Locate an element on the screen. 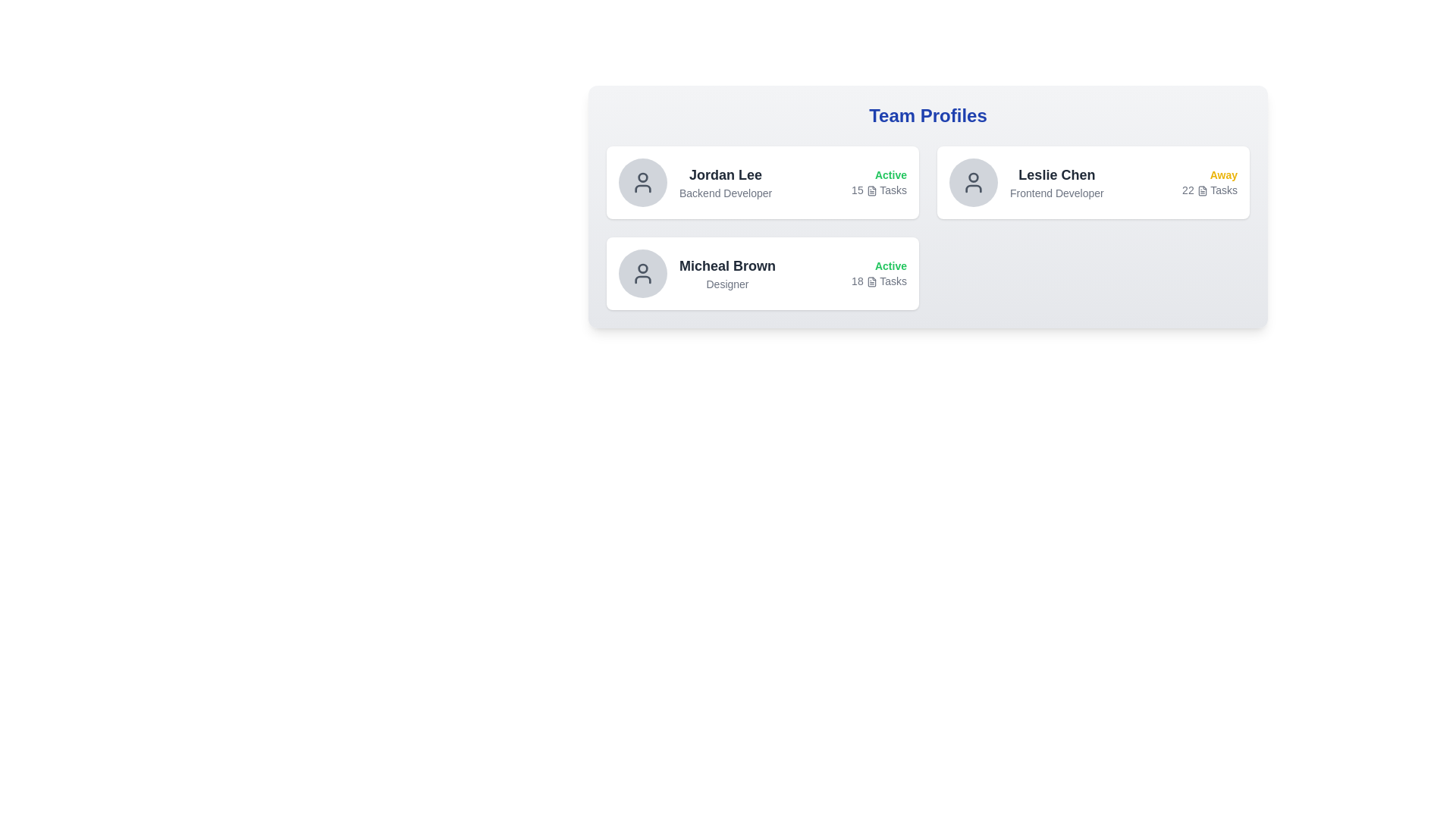 This screenshot has height=819, width=1456. the text label displaying 'Micheal Brown' in the second information card of the 'Team Profiles' section is located at coordinates (726, 265).